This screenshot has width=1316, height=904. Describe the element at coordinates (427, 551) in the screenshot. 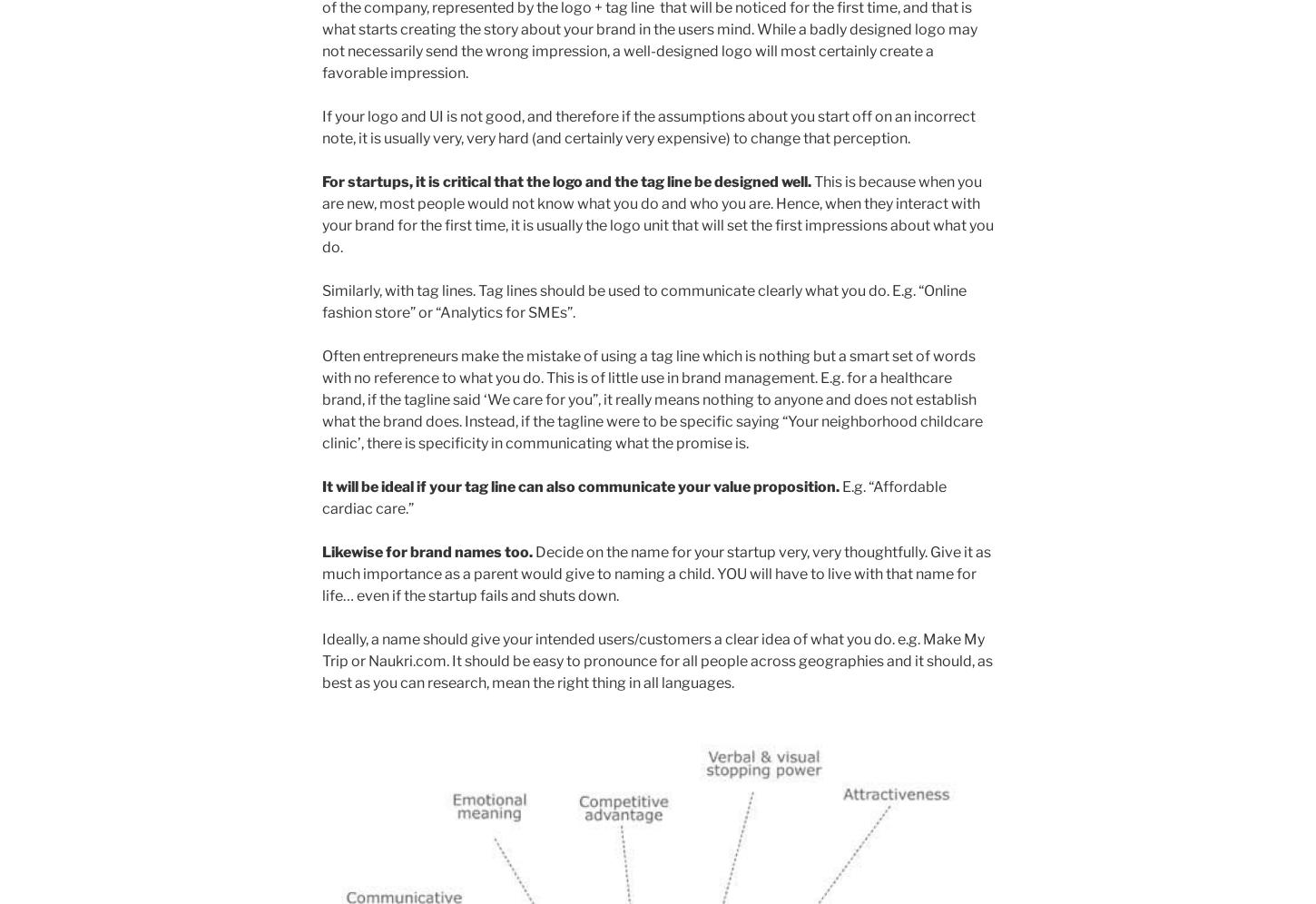

I see `'Likewise for brand names too.'` at that location.